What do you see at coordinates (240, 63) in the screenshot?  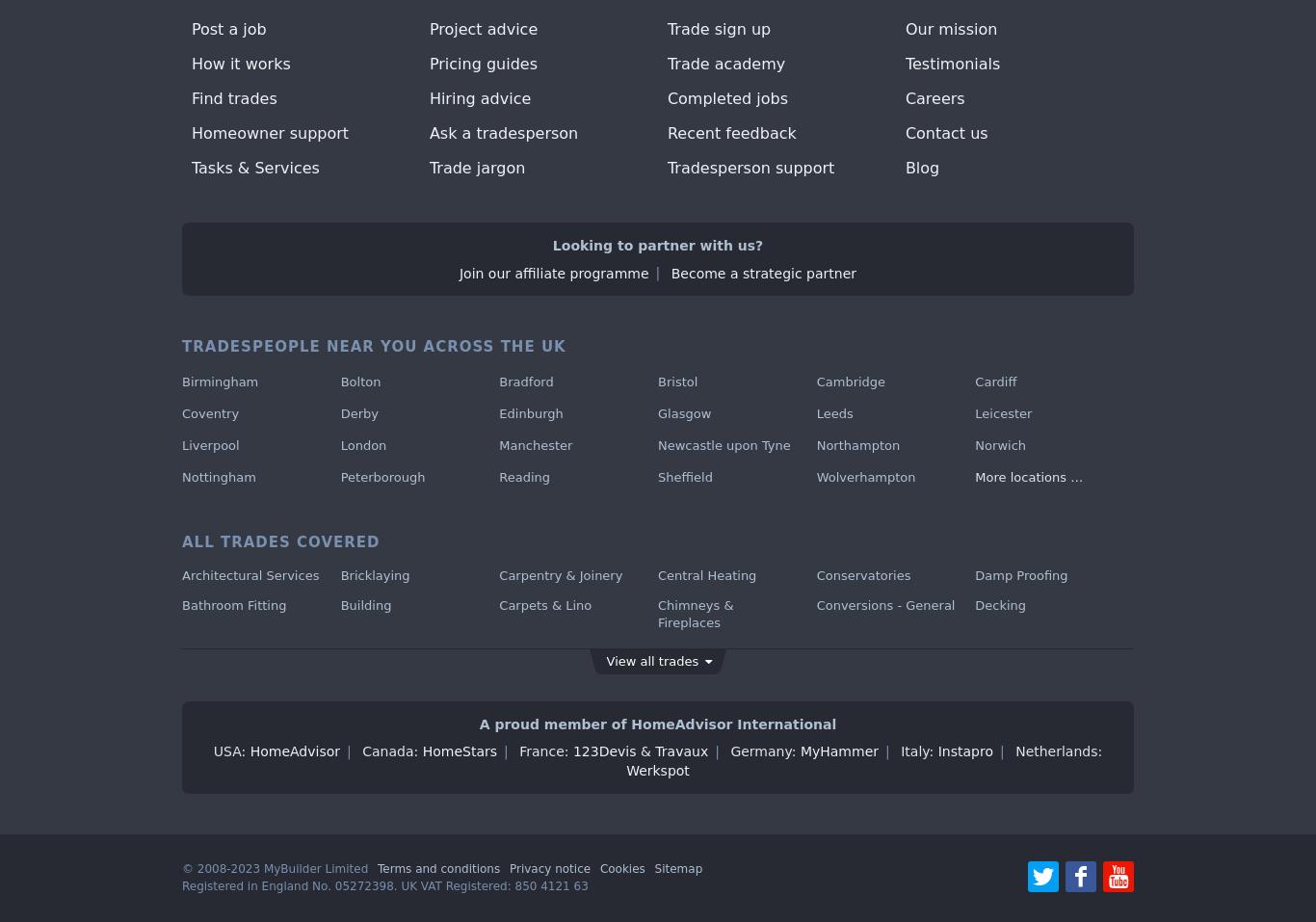 I see `'How it works'` at bounding box center [240, 63].